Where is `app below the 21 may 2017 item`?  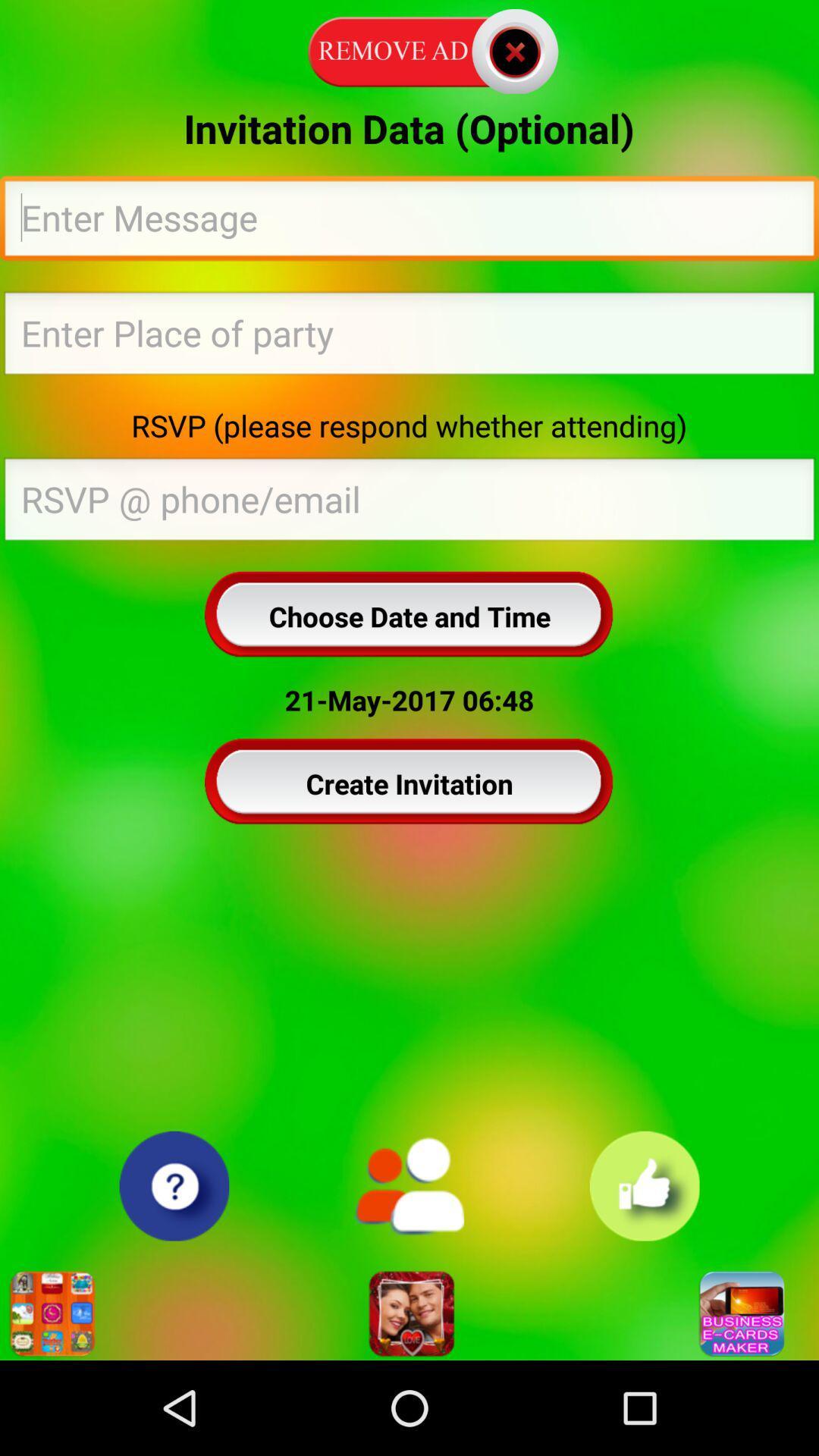
app below the 21 may 2017 item is located at coordinates (409, 783).